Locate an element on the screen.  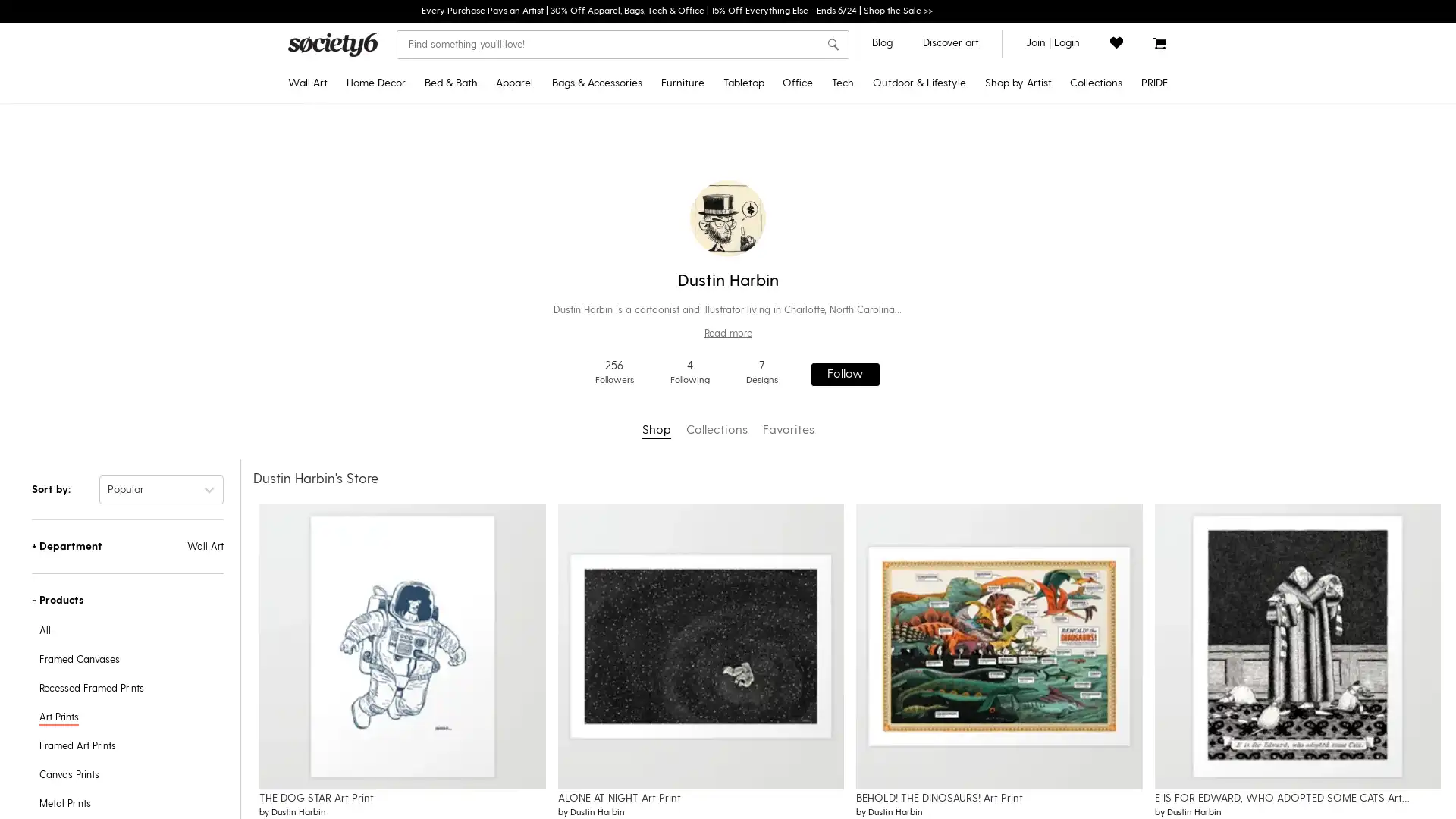
Serving Trays is located at coordinates (771, 341).